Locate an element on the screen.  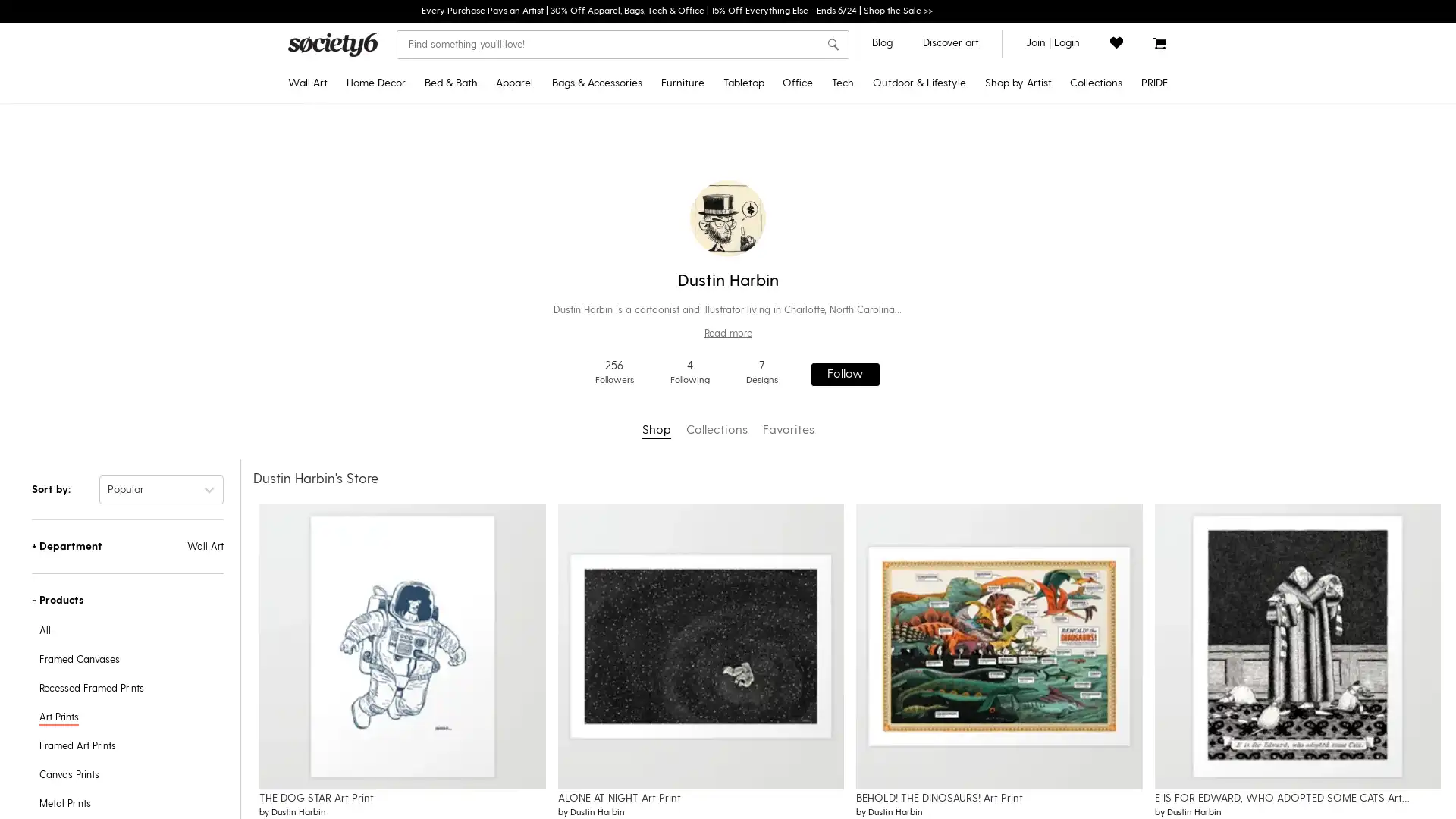
Serving Trays is located at coordinates (771, 341).